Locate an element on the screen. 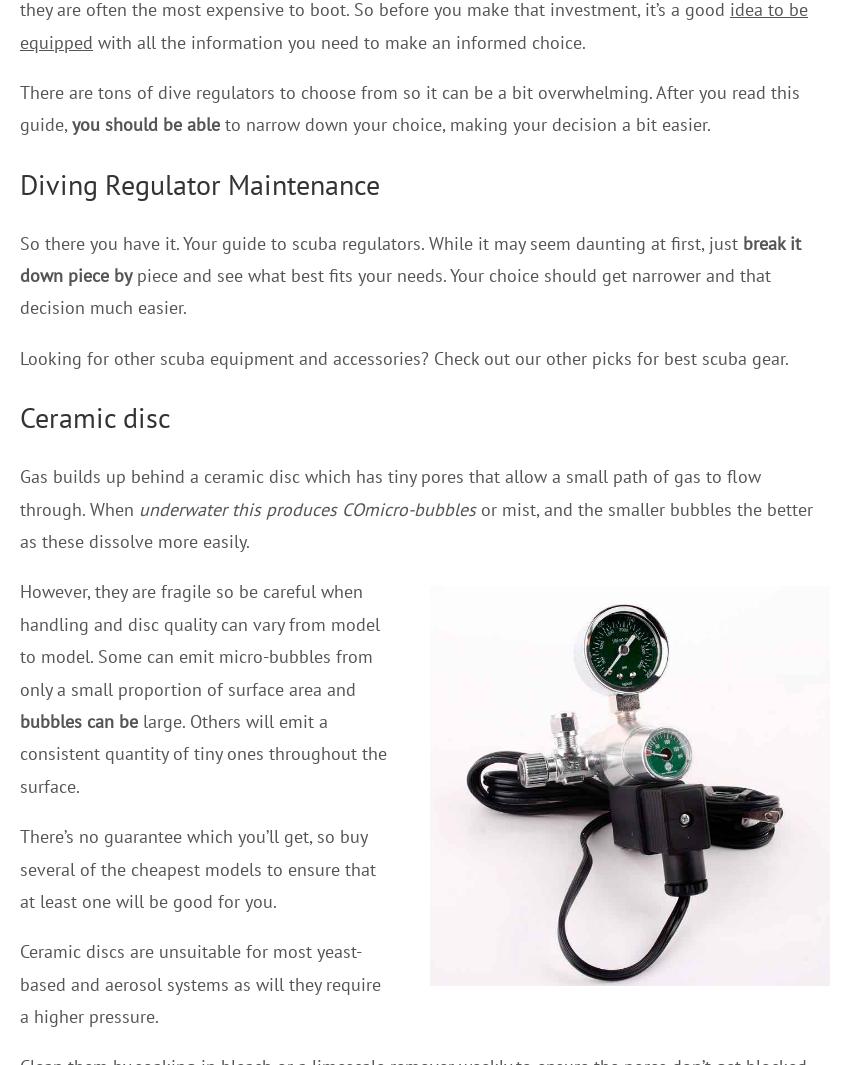 The width and height of the screenshot is (850, 1065). 'However, they are fragile so be careful when handling and disc quality can vary from model to model. Some can emit micro-bubbles from only a small proportion of surface area and' is located at coordinates (199, 639).